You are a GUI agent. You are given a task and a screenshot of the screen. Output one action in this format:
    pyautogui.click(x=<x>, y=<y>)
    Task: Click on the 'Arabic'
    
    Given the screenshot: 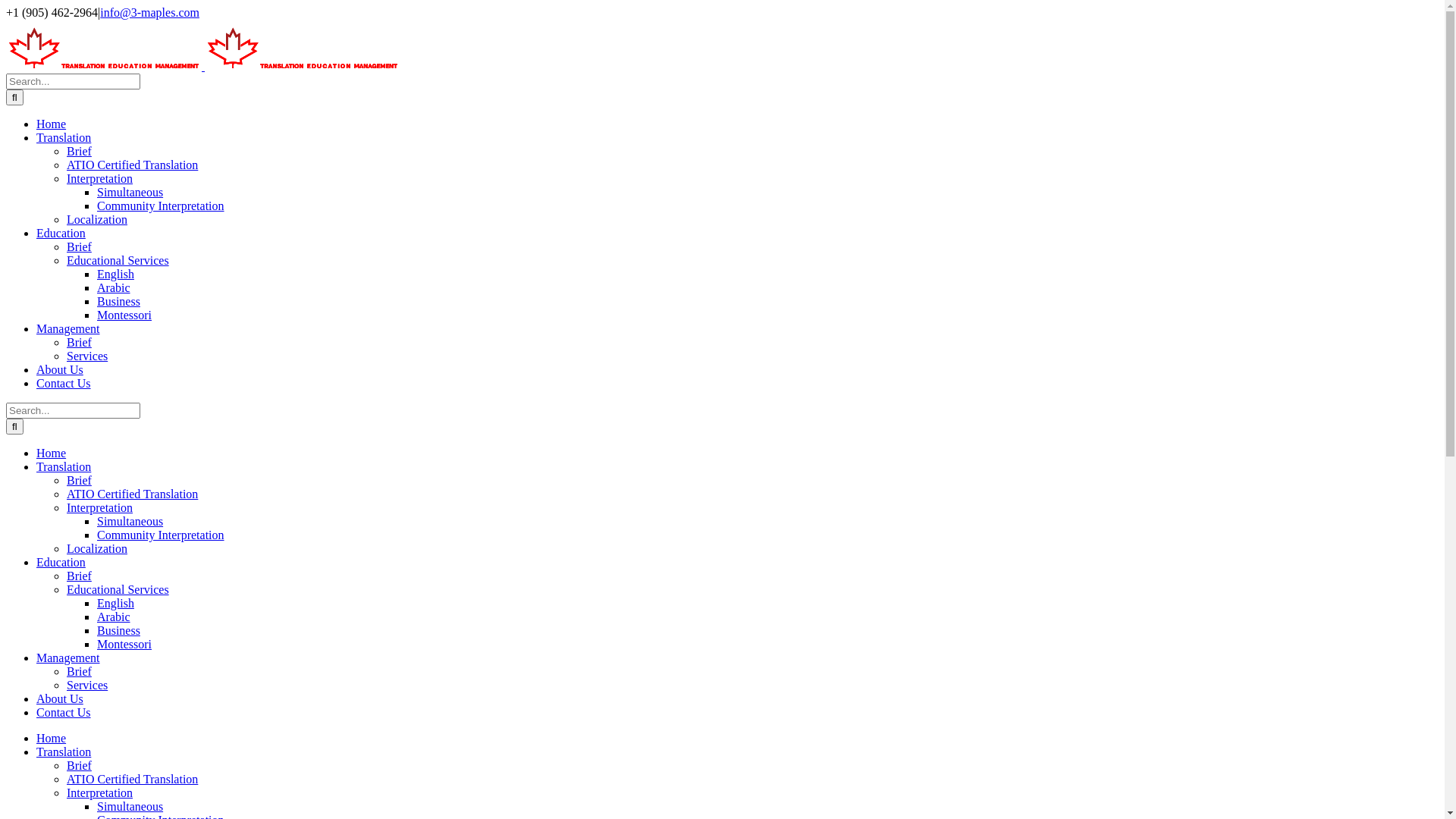 What is the action you would take?
    pyautogui.click(x=112, y=287)
    